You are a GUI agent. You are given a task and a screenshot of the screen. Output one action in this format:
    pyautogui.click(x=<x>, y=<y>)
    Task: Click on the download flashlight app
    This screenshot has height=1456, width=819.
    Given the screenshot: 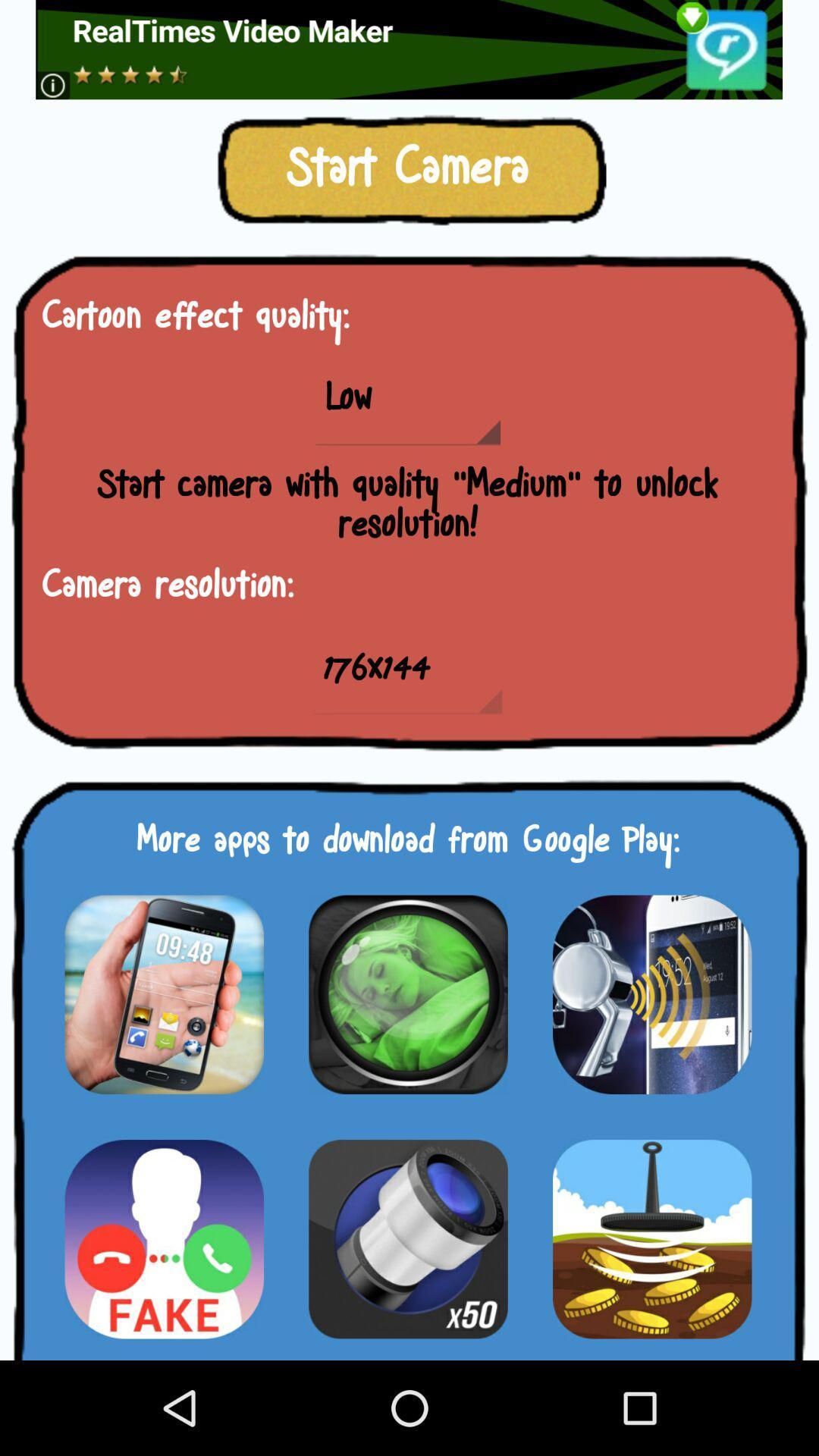 What is the action you would take?
    pyautogui.click(x=407, y=1238)
    